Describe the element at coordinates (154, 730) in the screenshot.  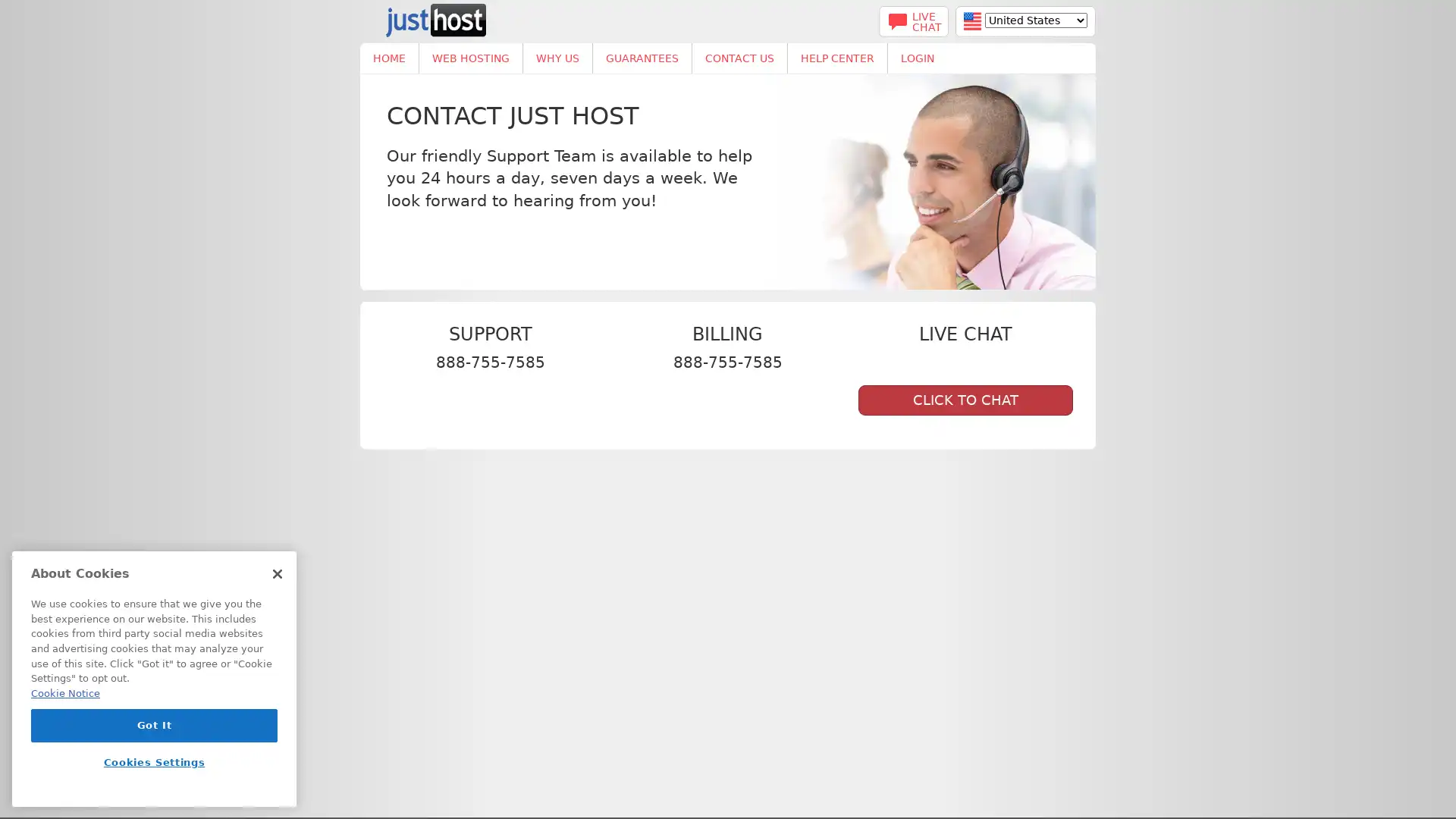
I see `Got It` at that location.